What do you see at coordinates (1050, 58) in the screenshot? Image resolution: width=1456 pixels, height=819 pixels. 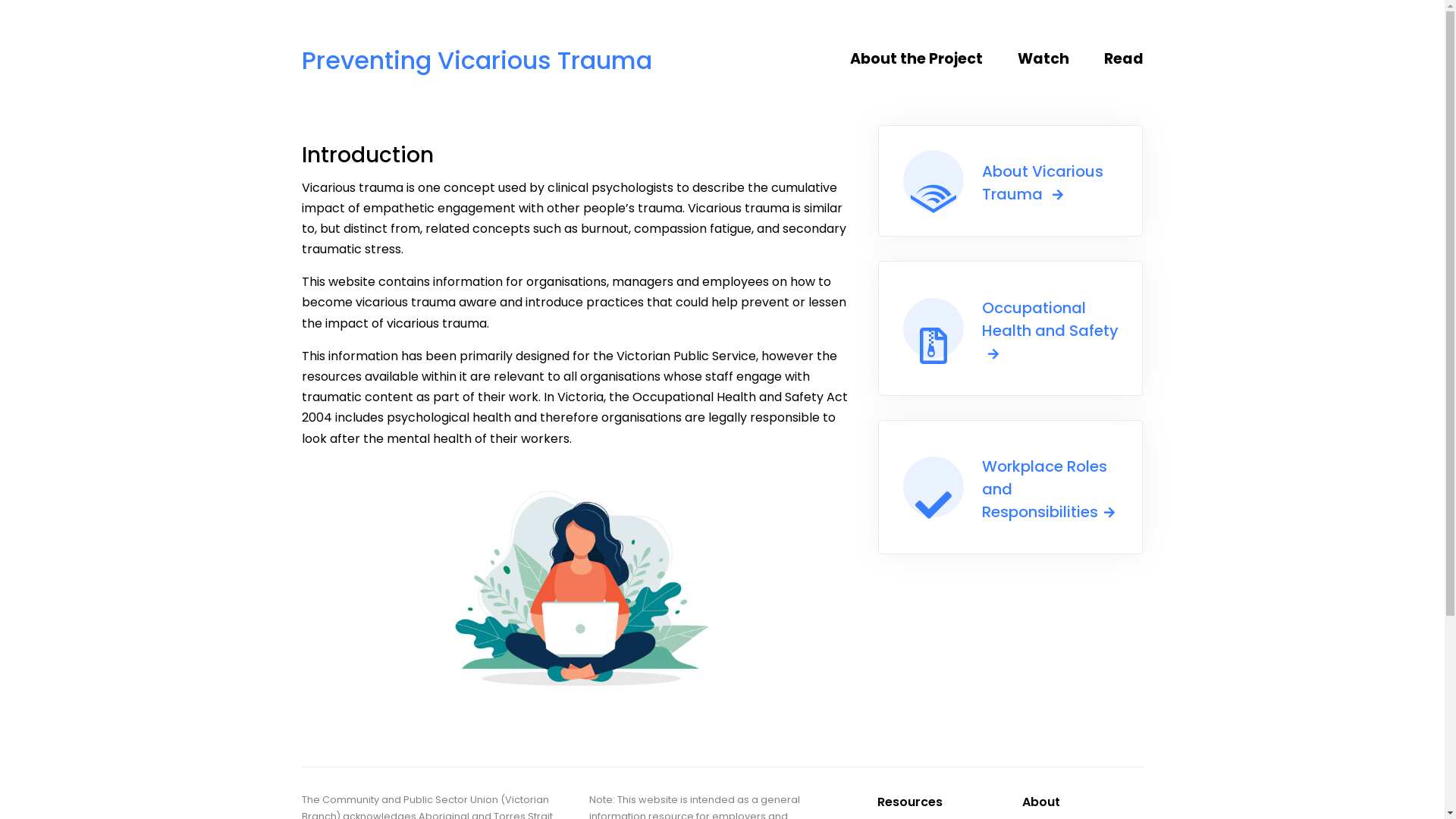 I see `'Watch'` at bounding box center [1050, 58].